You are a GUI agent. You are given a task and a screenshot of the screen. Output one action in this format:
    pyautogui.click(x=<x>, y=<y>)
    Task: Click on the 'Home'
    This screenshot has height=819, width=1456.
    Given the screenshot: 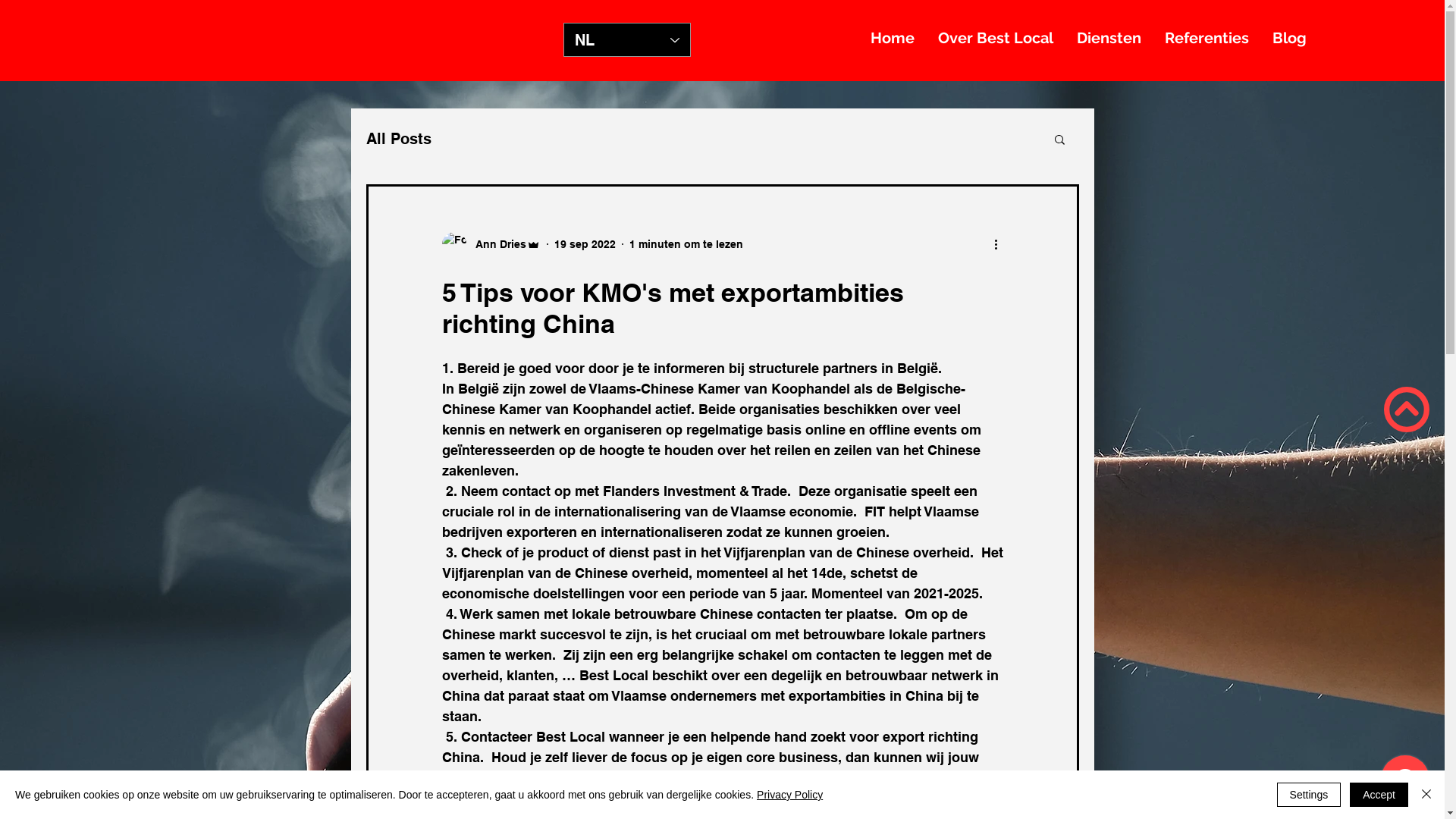 What is the action you would take?
    pyautogui.click(x=892, y=37)
    